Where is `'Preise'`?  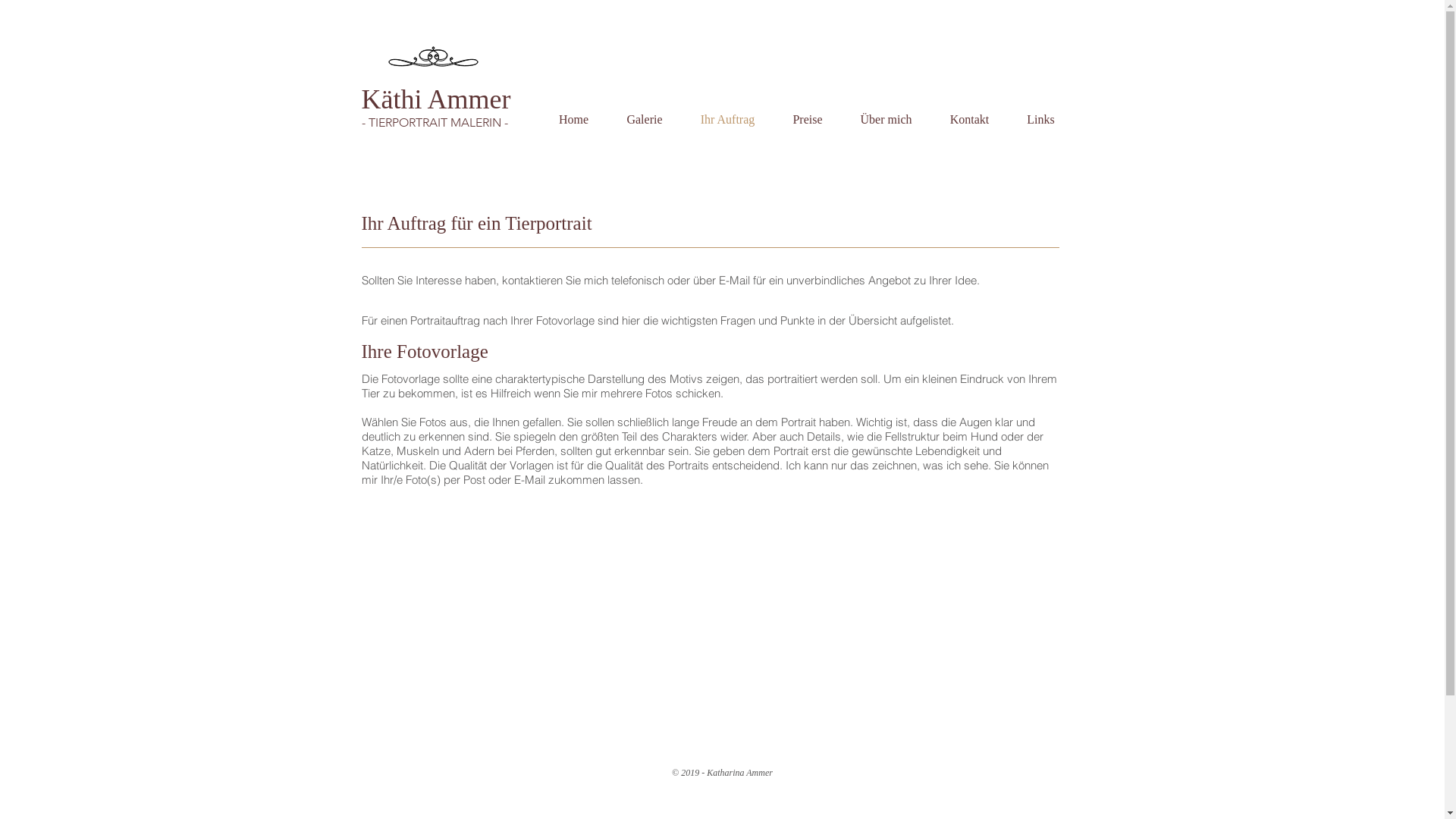
'Preise' is located at coordinates (773, 119).